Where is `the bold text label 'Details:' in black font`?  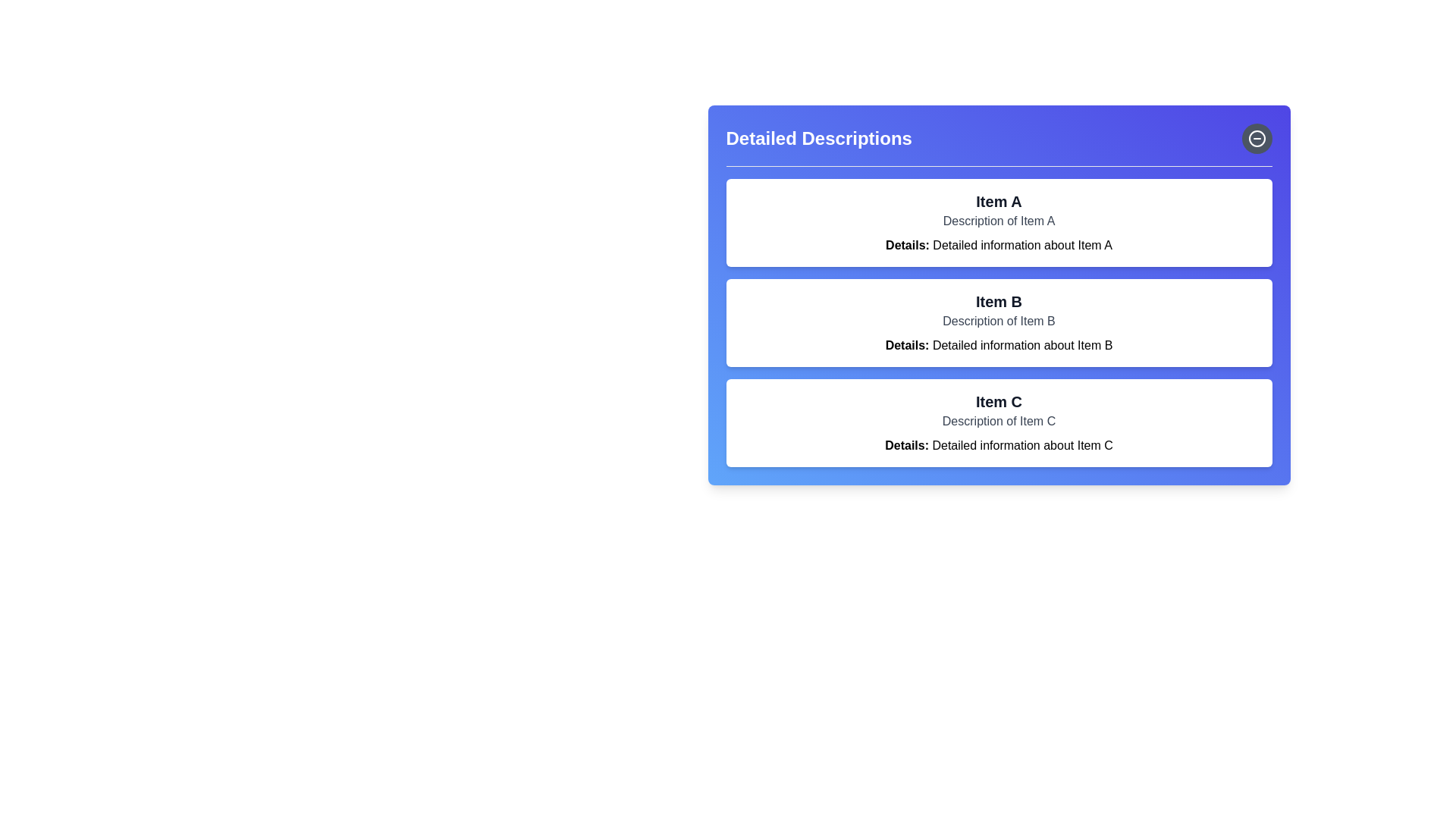
the bold text label 'Details:' in black font is located at coordinates (907, 444).